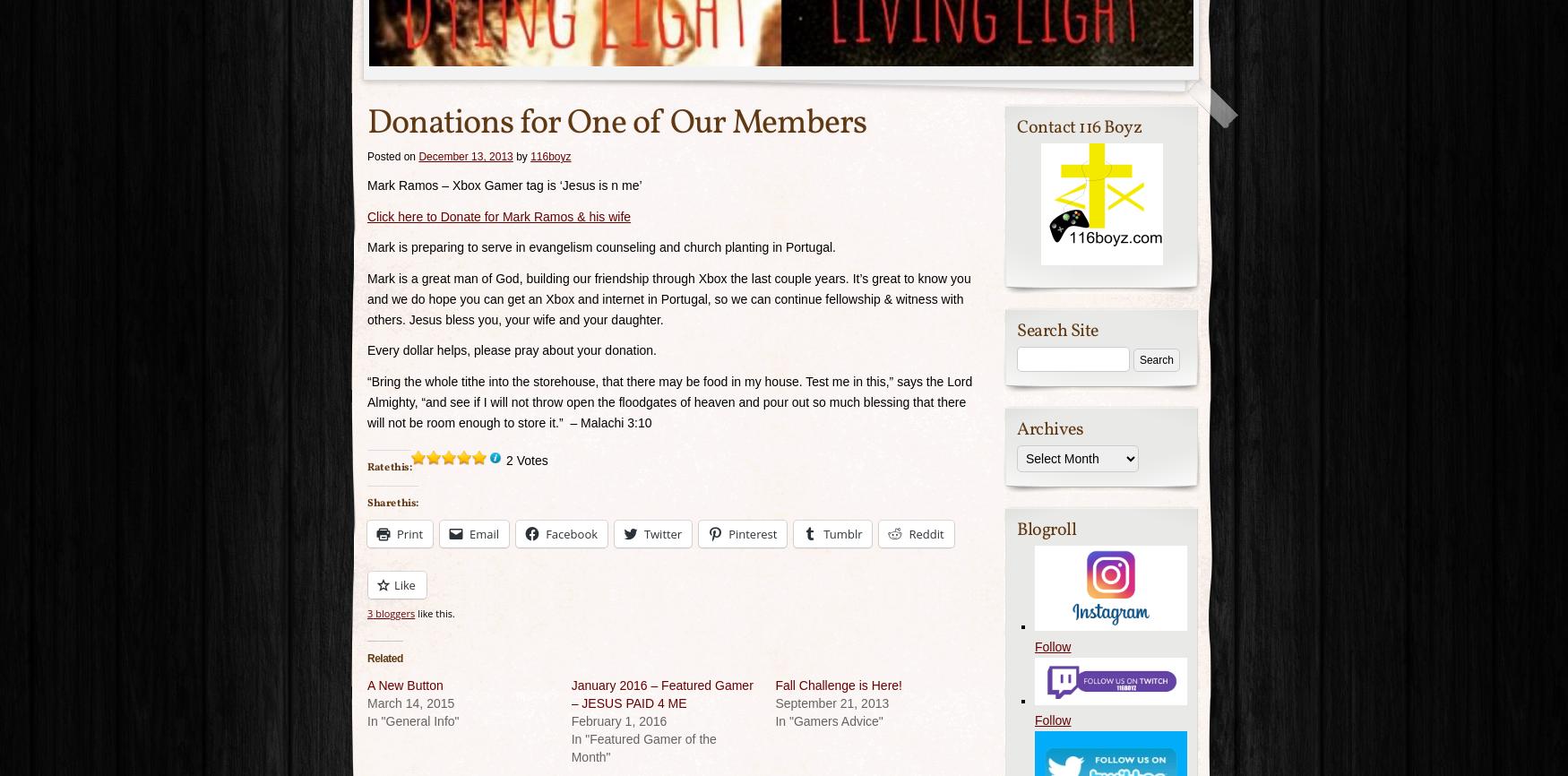 This screenshot has width=1568, height=776. I want to click on 'Search Site', so click(1016, 330).